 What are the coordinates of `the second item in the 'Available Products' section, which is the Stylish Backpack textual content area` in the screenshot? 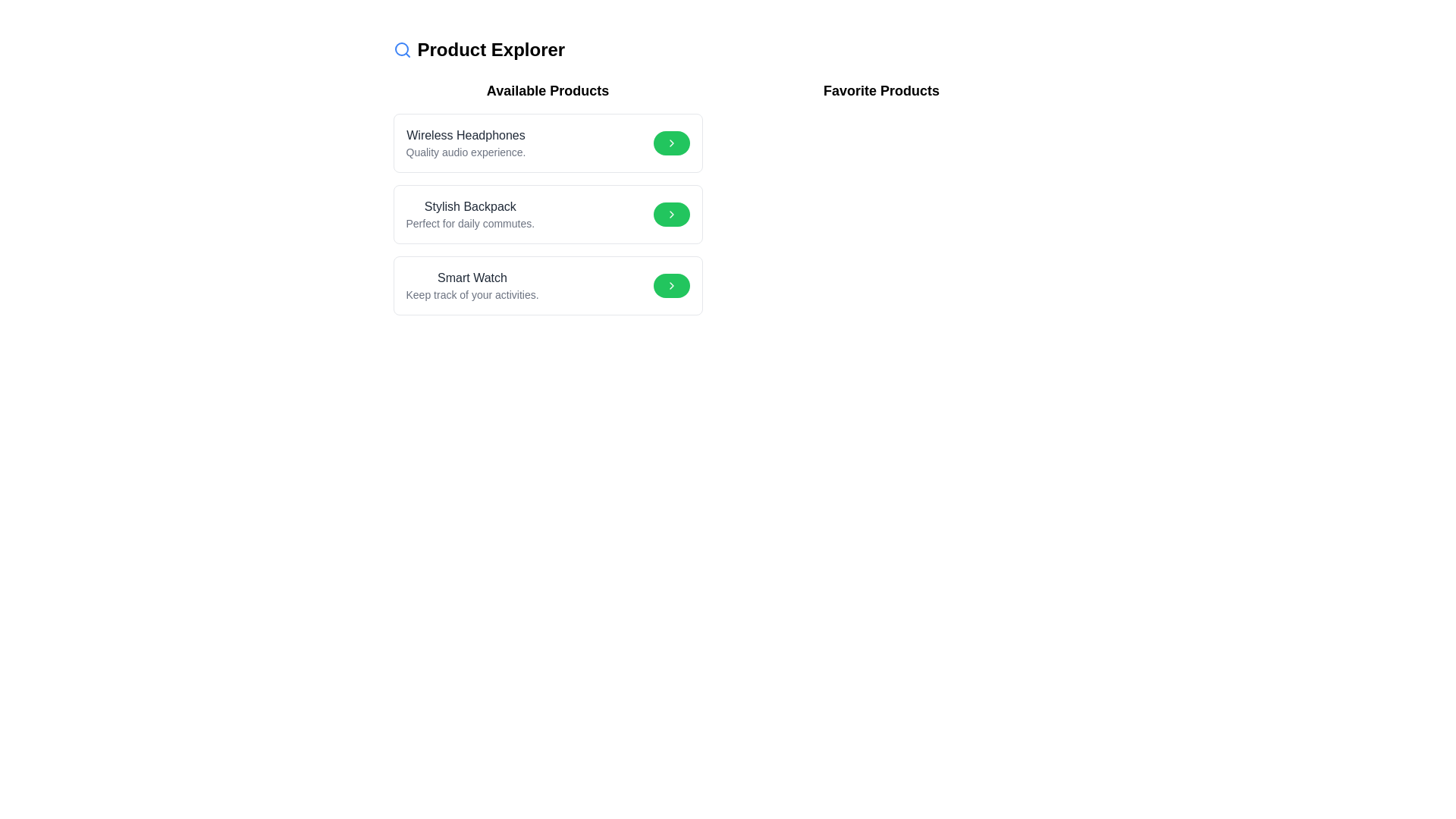 It's located at (547, 203).